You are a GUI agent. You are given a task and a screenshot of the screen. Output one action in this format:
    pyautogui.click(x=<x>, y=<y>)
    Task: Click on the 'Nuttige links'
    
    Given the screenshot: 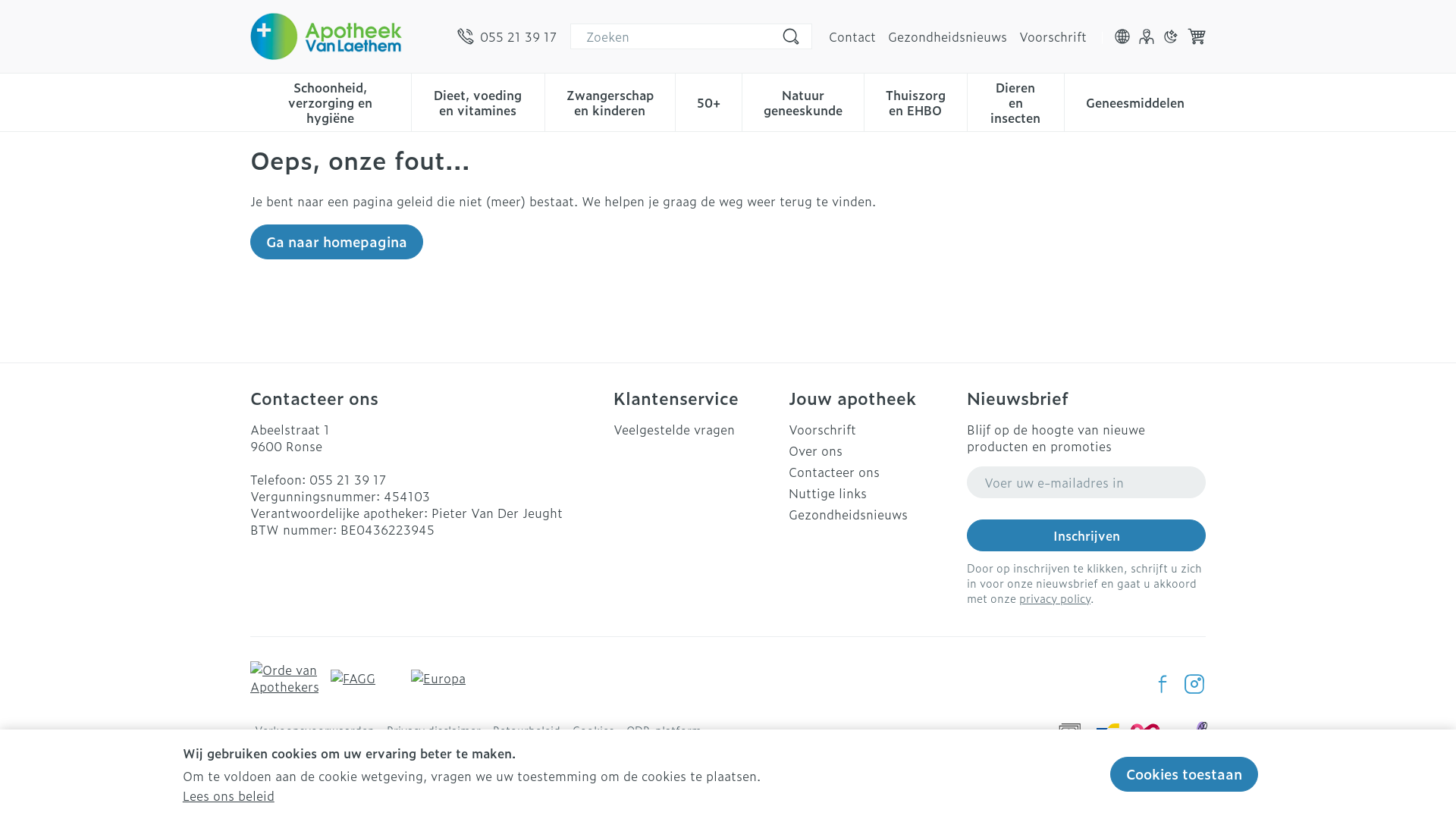 What is the action you would take?
    pyautogui.click(x=871, y=493)
    